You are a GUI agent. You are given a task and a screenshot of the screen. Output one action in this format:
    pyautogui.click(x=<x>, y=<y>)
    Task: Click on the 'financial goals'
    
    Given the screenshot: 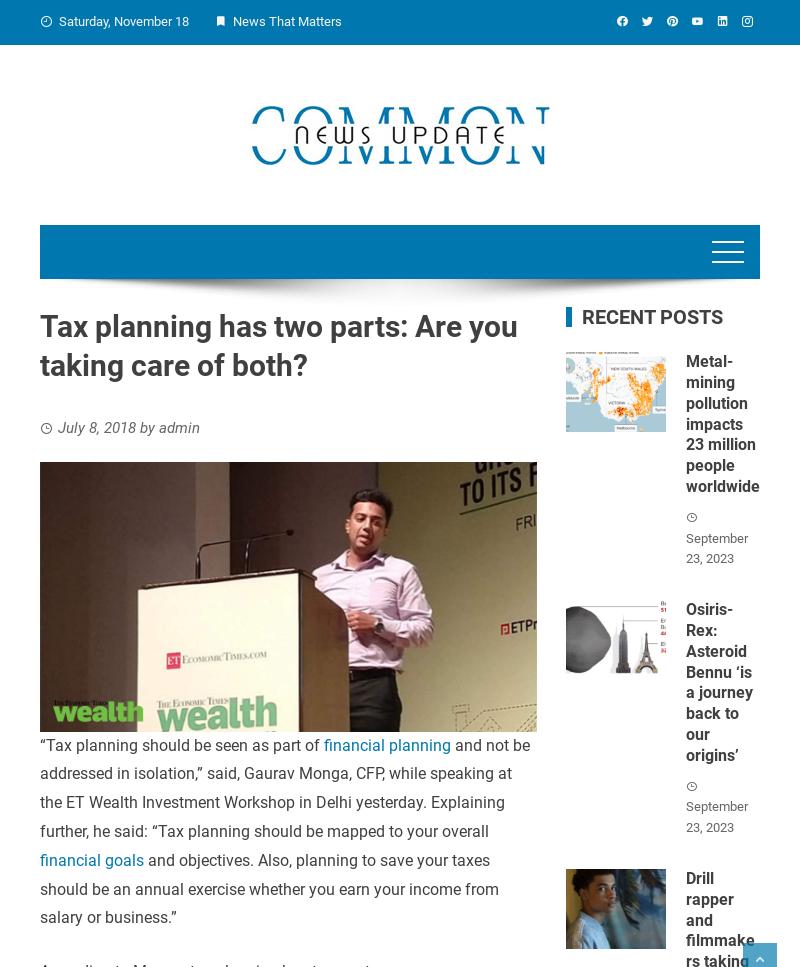 What is the action you would take?
    pyautogui.click(x=92, y=858)
    